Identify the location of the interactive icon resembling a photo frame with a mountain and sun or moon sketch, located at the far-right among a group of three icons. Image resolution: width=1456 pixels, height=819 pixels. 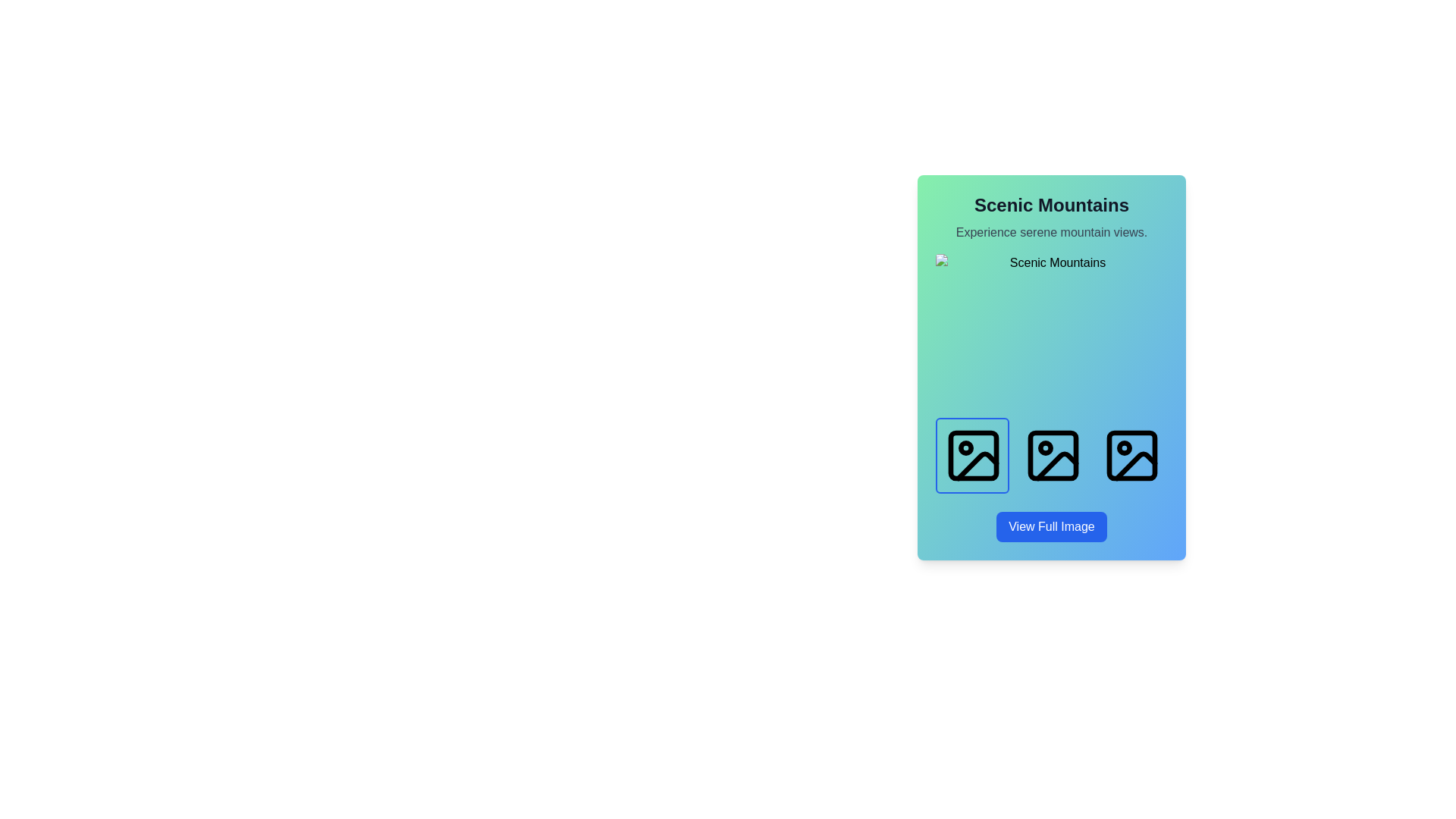
(1131, 455).